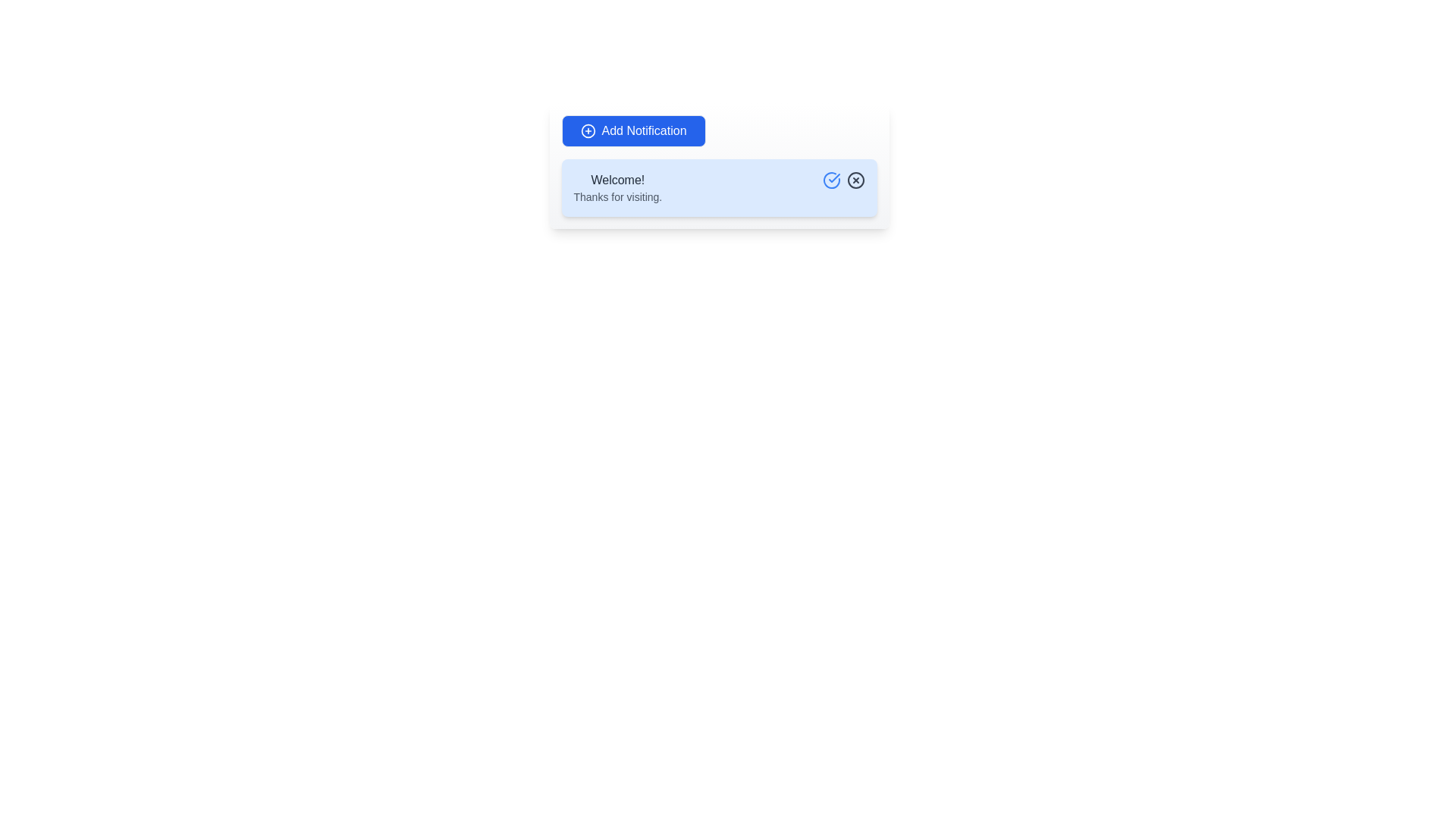  Describe the element at coordinates (644, 130) in the screenshot. I see `the text label 'Add Notification' which is positioned to the right of a plus sign icon in the button element` at that location.